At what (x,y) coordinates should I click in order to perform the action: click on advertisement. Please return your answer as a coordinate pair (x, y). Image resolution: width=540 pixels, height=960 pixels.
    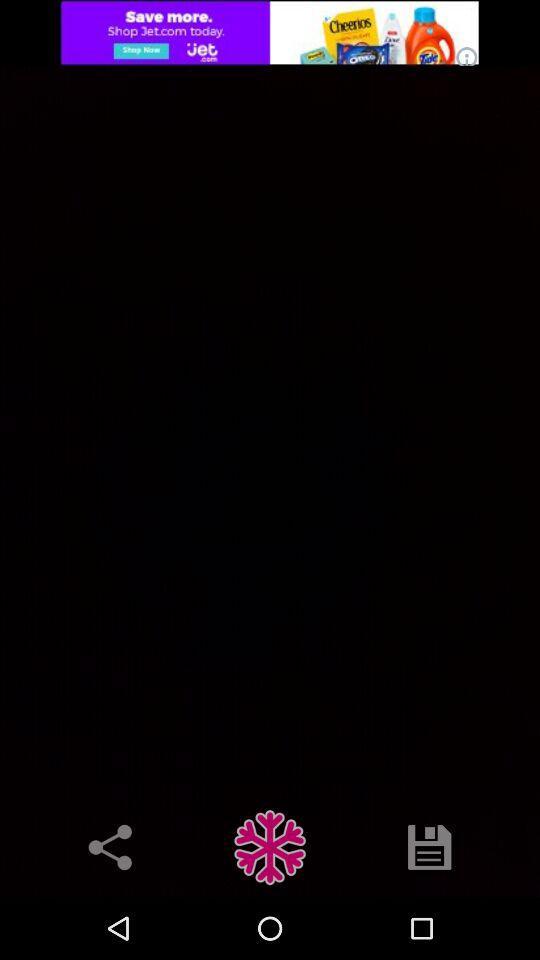
    Looking at the image, I should click on (270, 31).